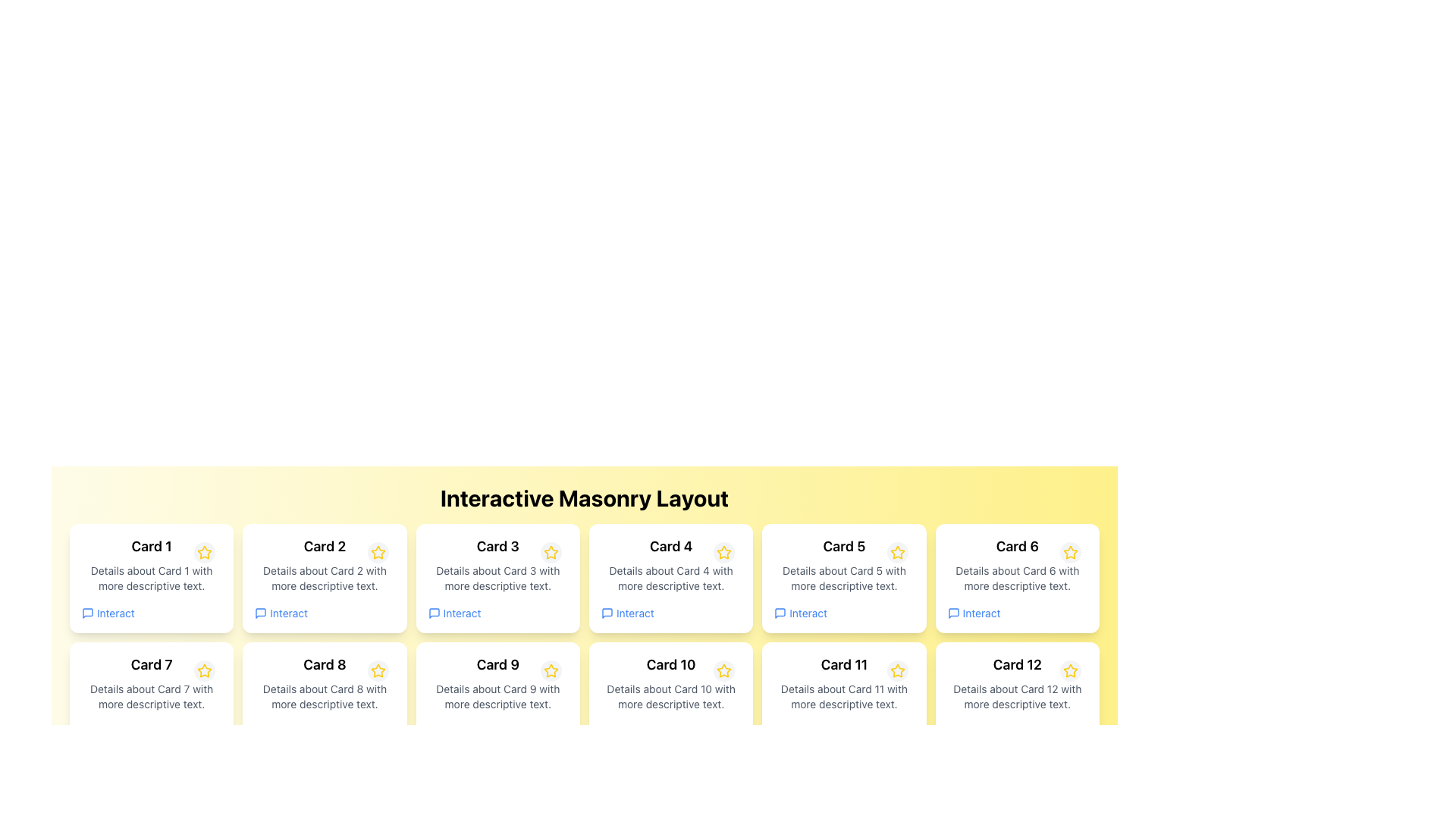 Image resolution: width=1456 pixels, height=819 pixels. What do you see at coordinates (1069, 553) in the screenshot?
I see `the star-shaped button with a yellow border and white fill located in the top-right corner of 'Card 6' to trigger hover effects` at bounding box center [1069, 553].